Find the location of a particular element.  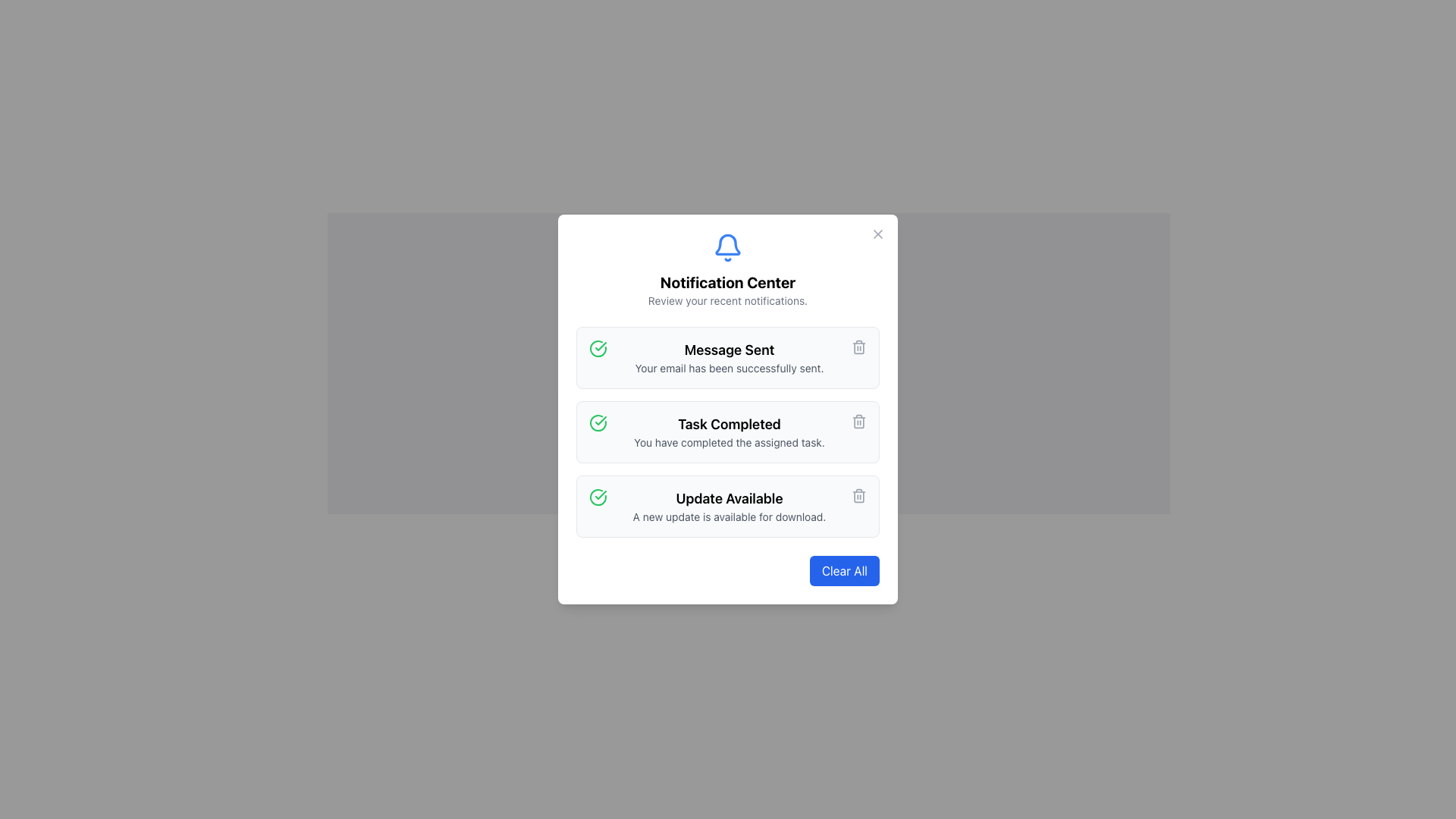

the notification icon, which is centrally positioned above the text 'Notification Center' and 'Review your recent notifications.' is located at coordinates (728, 247).